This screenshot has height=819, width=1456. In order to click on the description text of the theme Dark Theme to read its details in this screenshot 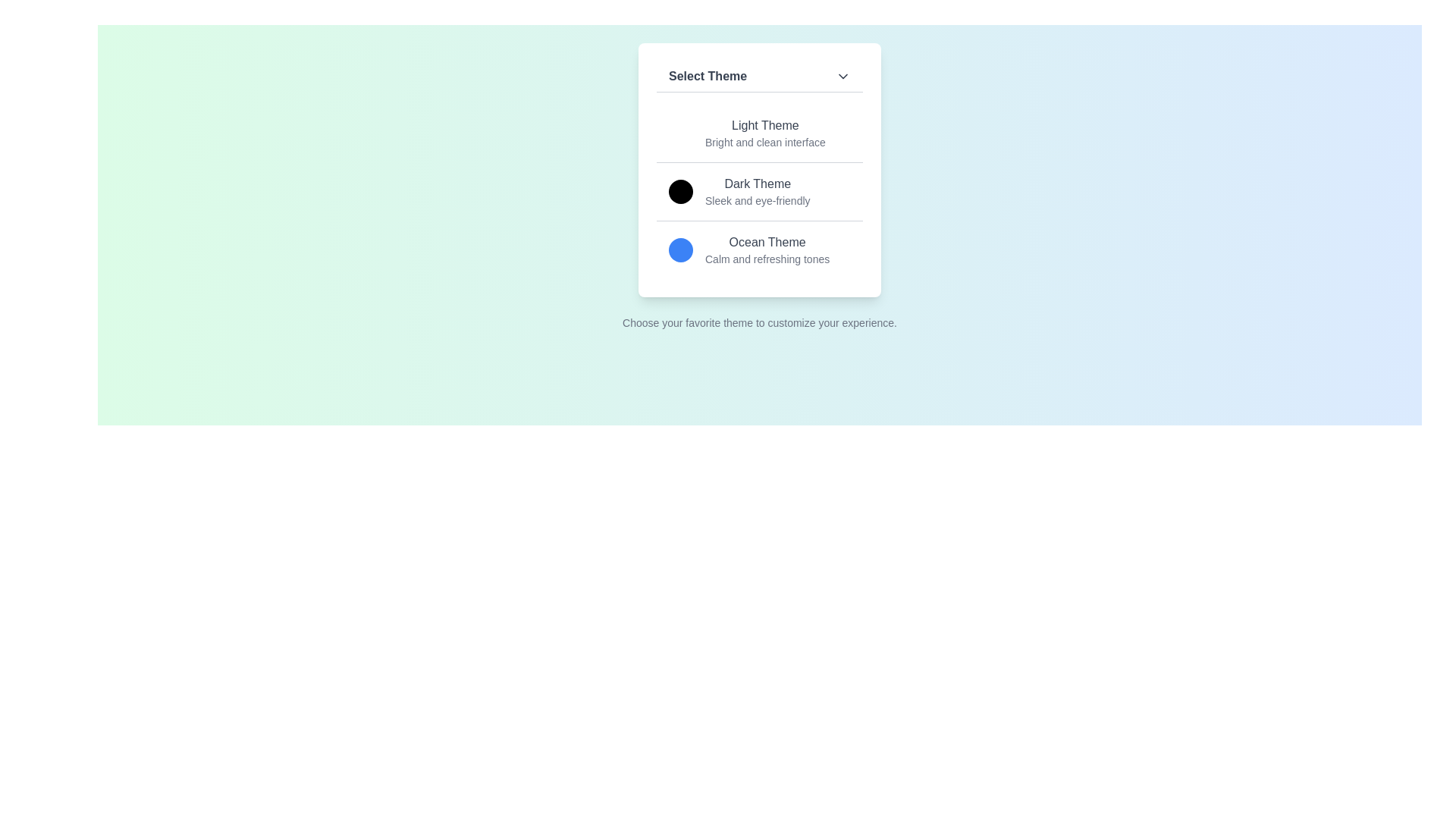, I will do `click(757, 200)`.